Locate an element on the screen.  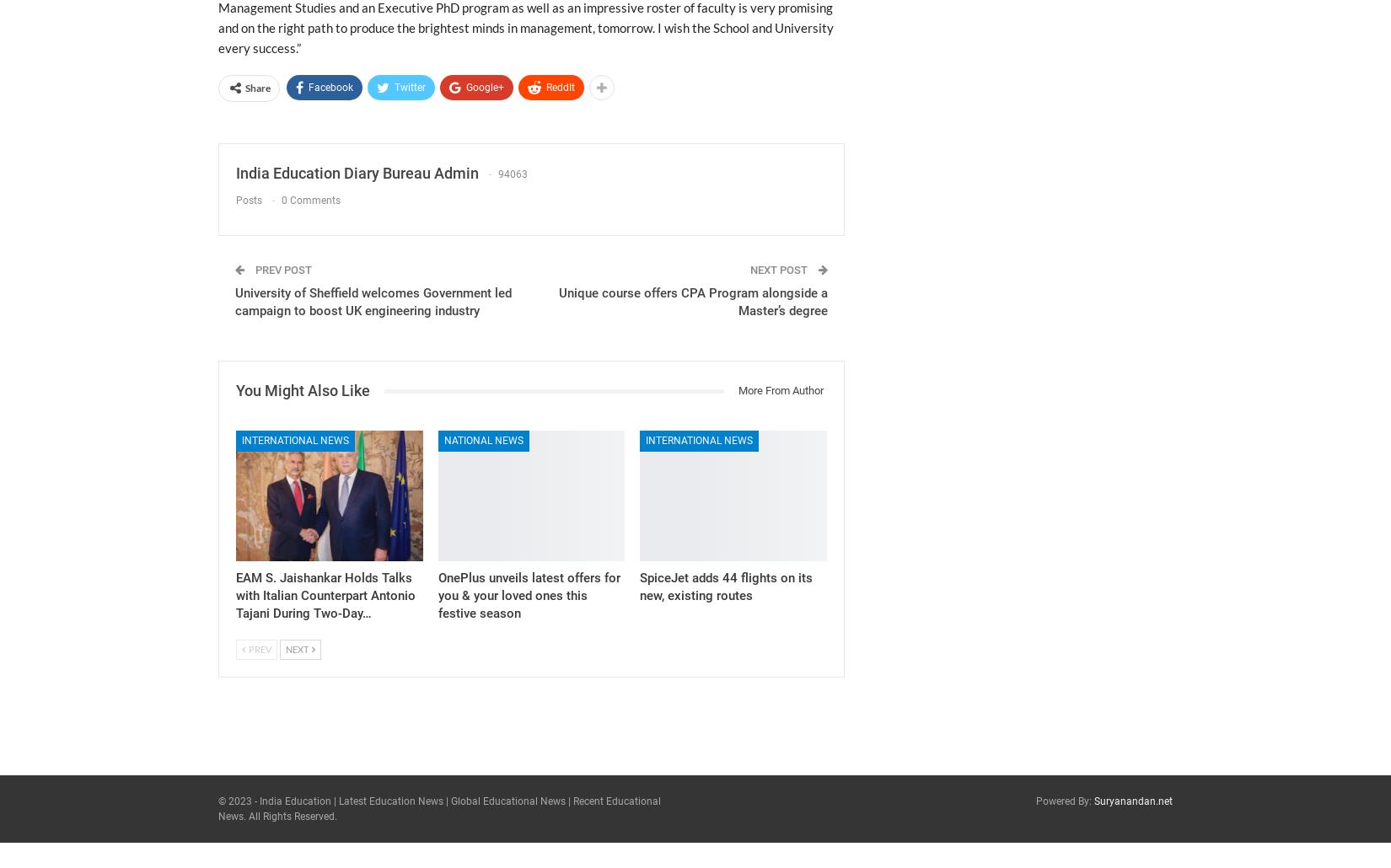
'© 2023 - India Education | Latest Education News  | Global Educational News | Recent Educational News. All Rights Reserved.' is located at coordinates (438, 807).